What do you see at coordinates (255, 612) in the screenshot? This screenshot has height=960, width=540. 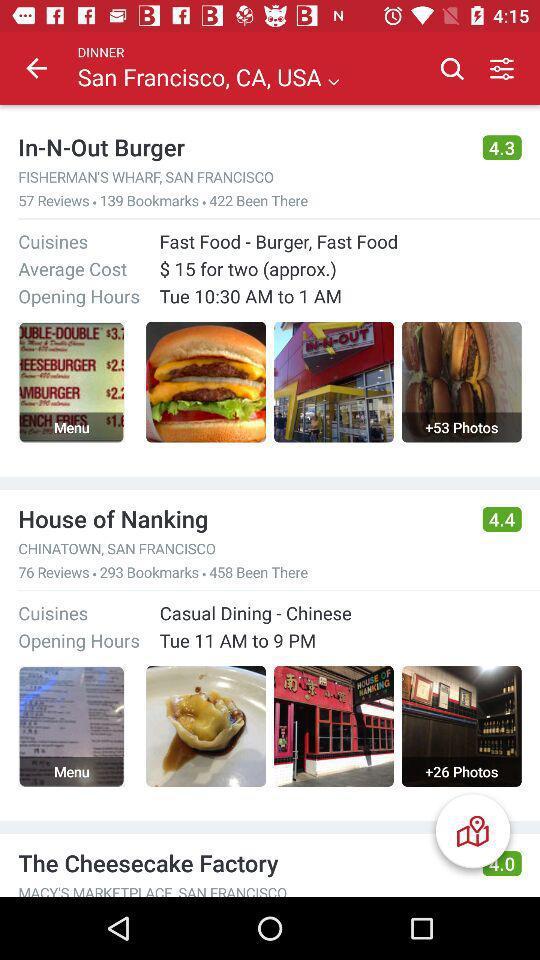 I see `icon above tue 11 am` at bounding box center [255, 612].